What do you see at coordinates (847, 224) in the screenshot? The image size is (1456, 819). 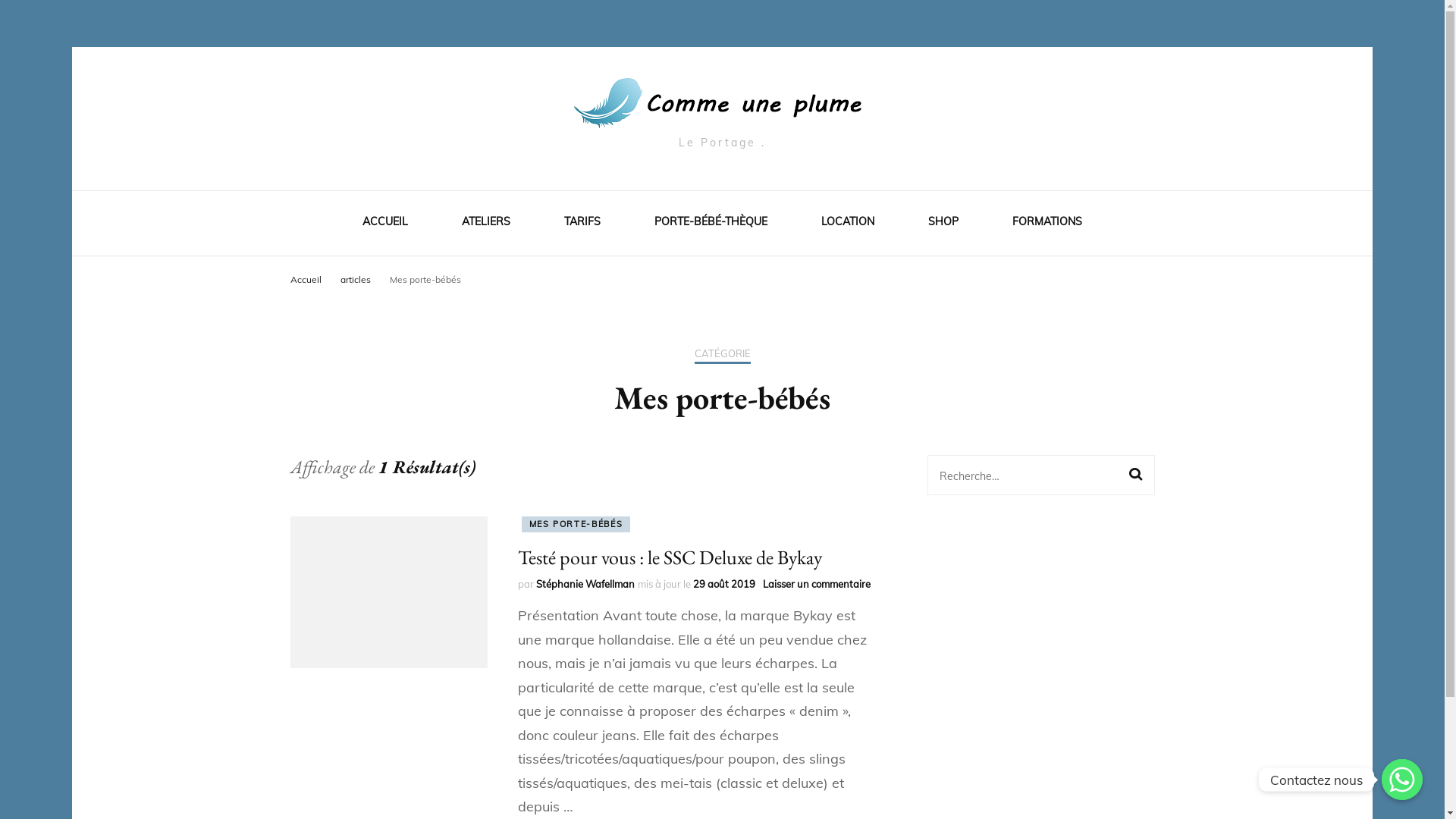 I see `'LOCATION'` at bounding box center [847, 224].